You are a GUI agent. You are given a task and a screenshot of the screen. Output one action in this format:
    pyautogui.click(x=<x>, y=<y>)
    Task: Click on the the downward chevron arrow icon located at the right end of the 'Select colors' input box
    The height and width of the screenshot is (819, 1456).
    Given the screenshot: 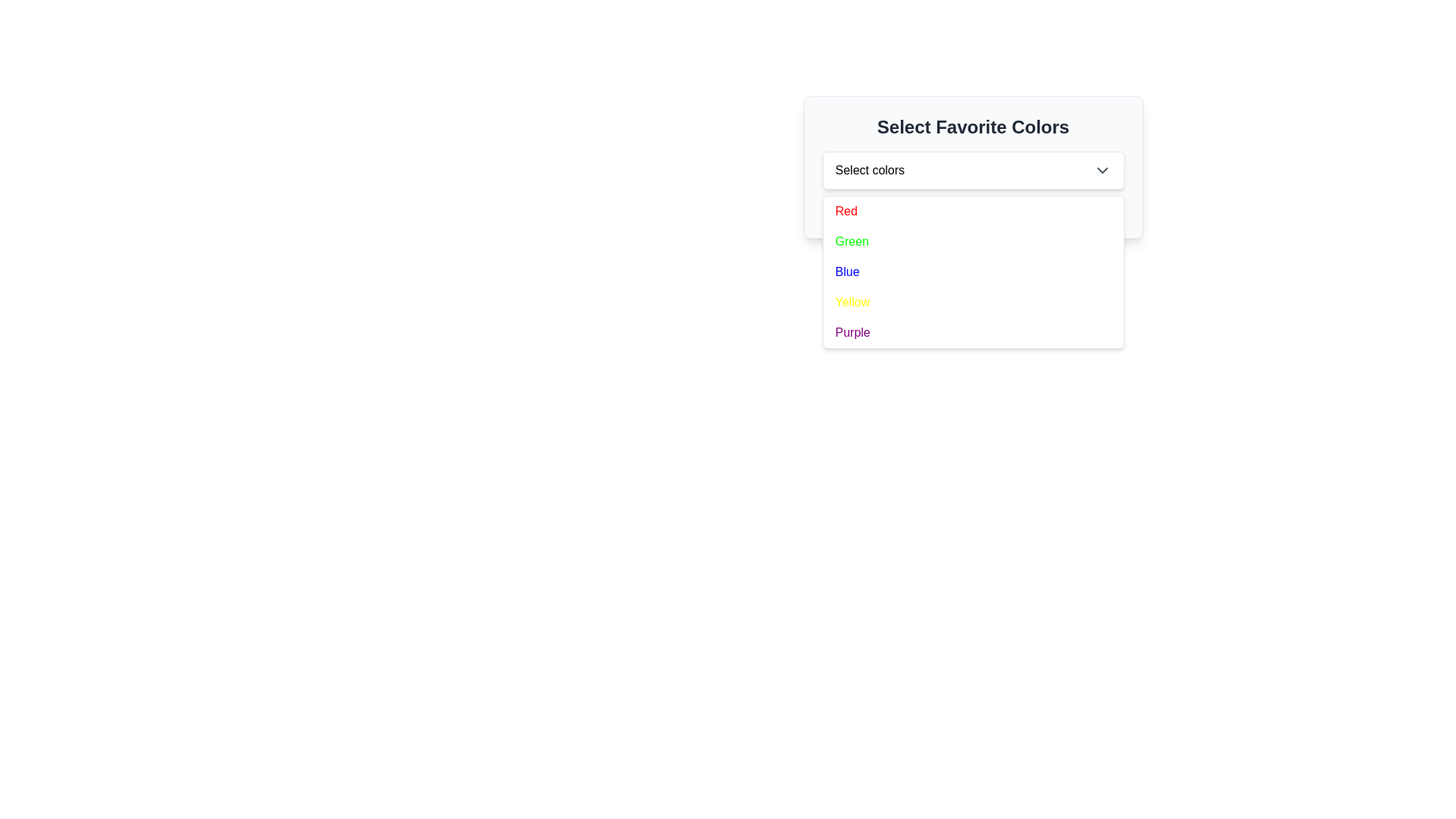 What is the action you would take?
    pyautogui.click(x=1102, y=170)
    